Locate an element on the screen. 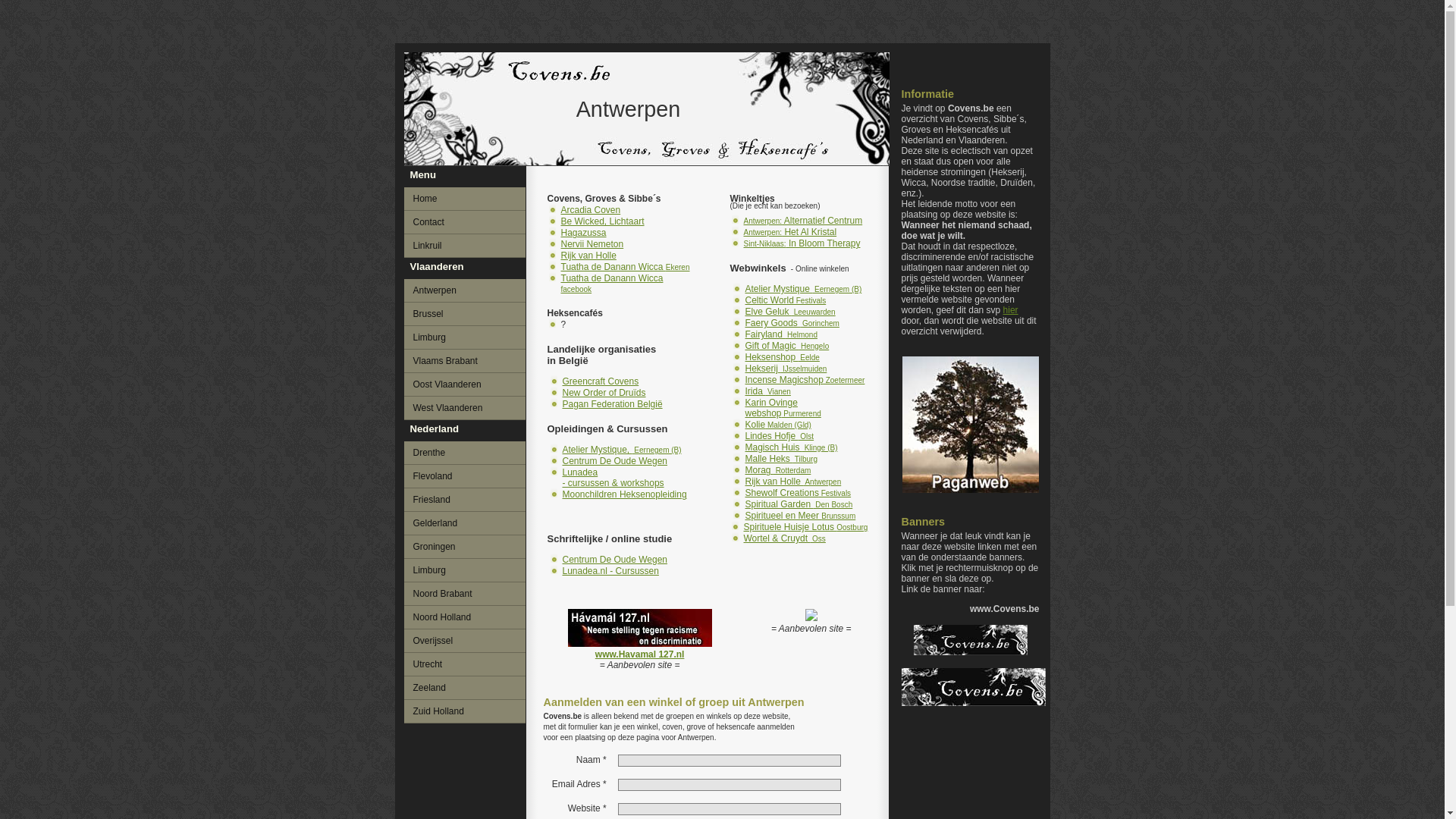 The width and height of the screenshot is (1456, 819). 'Brussel' is located at coordinates (403, 312).